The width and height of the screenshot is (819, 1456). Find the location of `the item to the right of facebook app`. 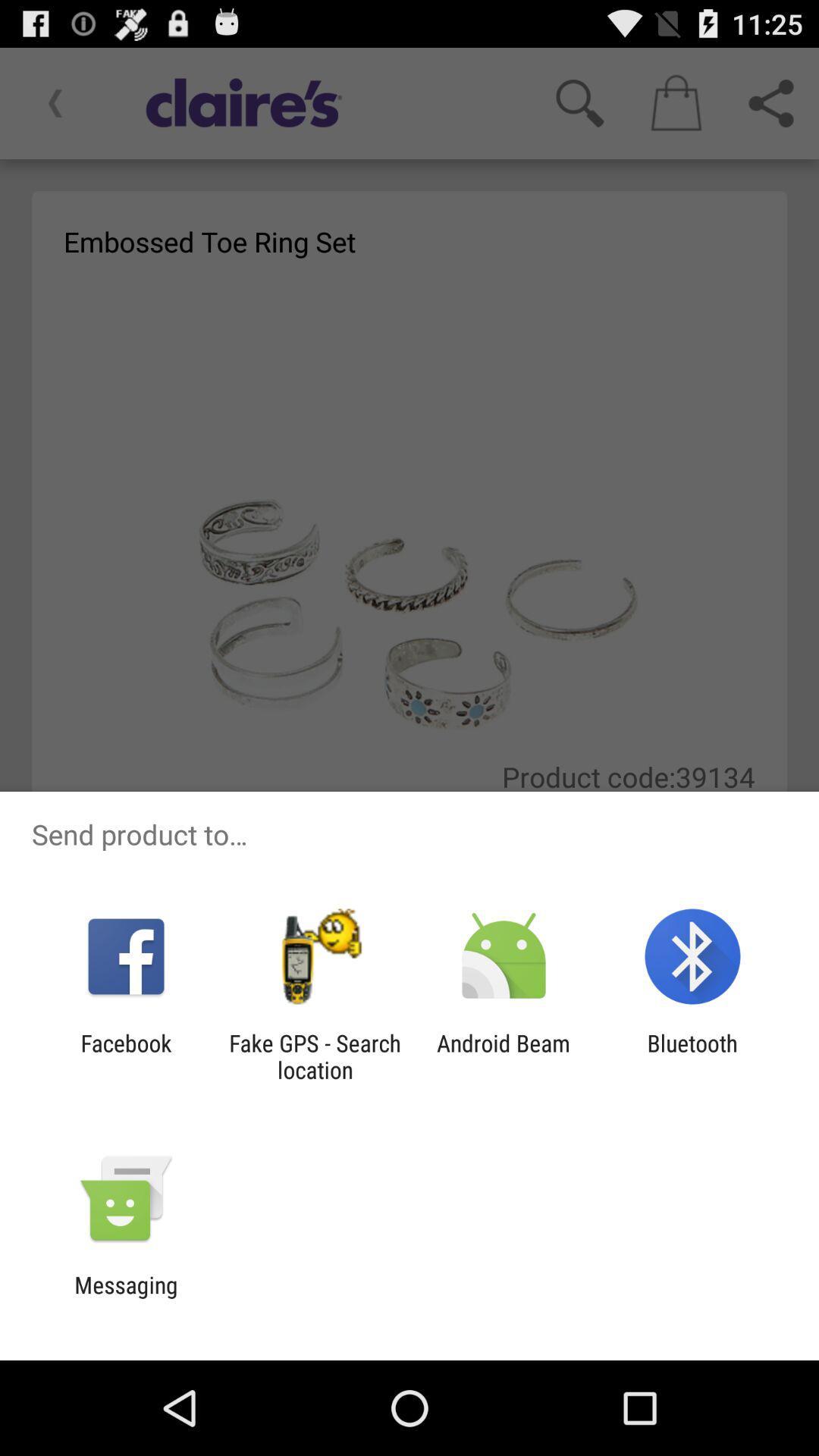

the item to the right of facebook app is located at coordinates (314, 1056).